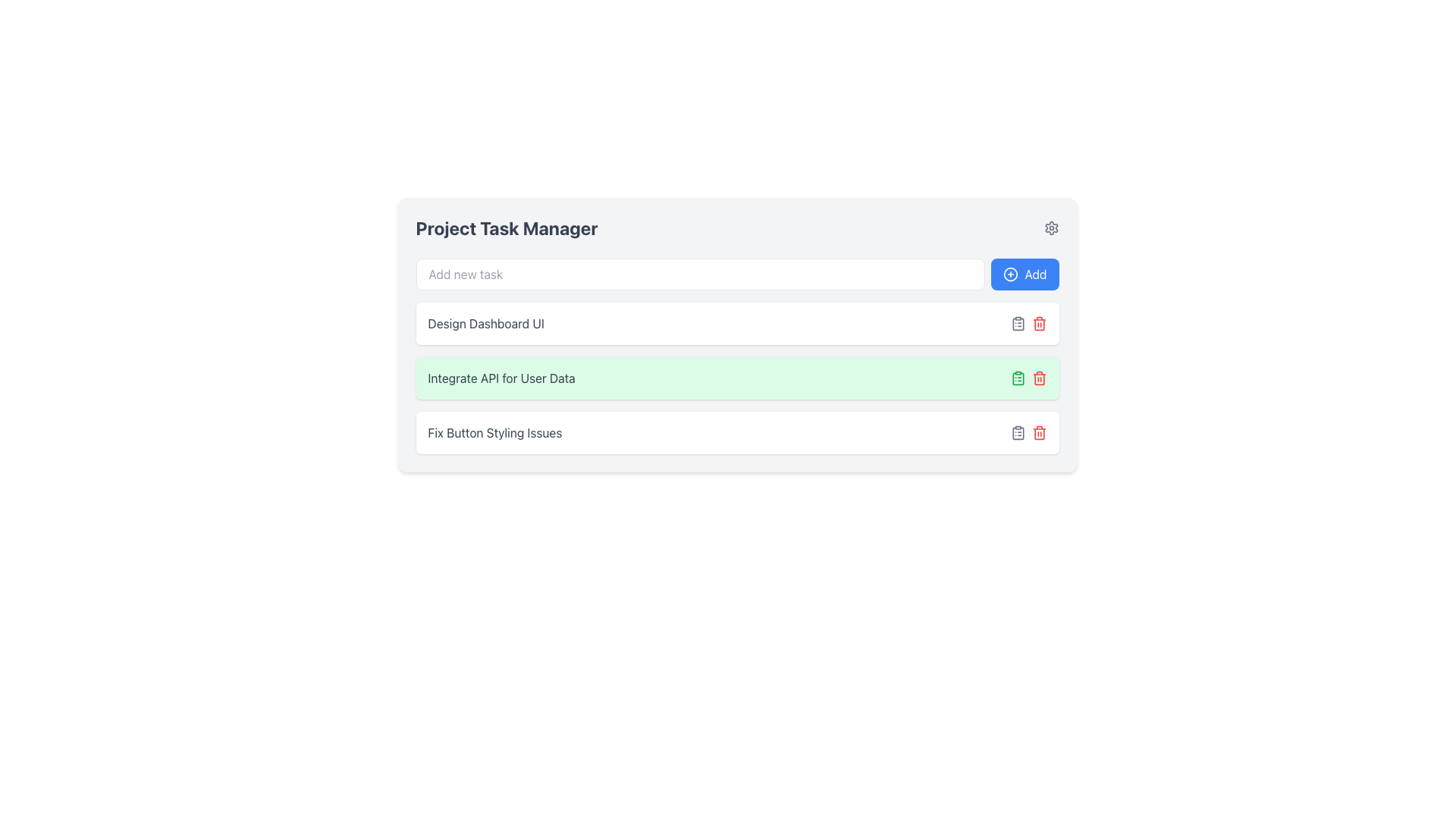 The height and width of the screenshot is (819, 1456). I want to click on the delete button associated with the task 'Integrate API for User Data', so click(1038, 323).